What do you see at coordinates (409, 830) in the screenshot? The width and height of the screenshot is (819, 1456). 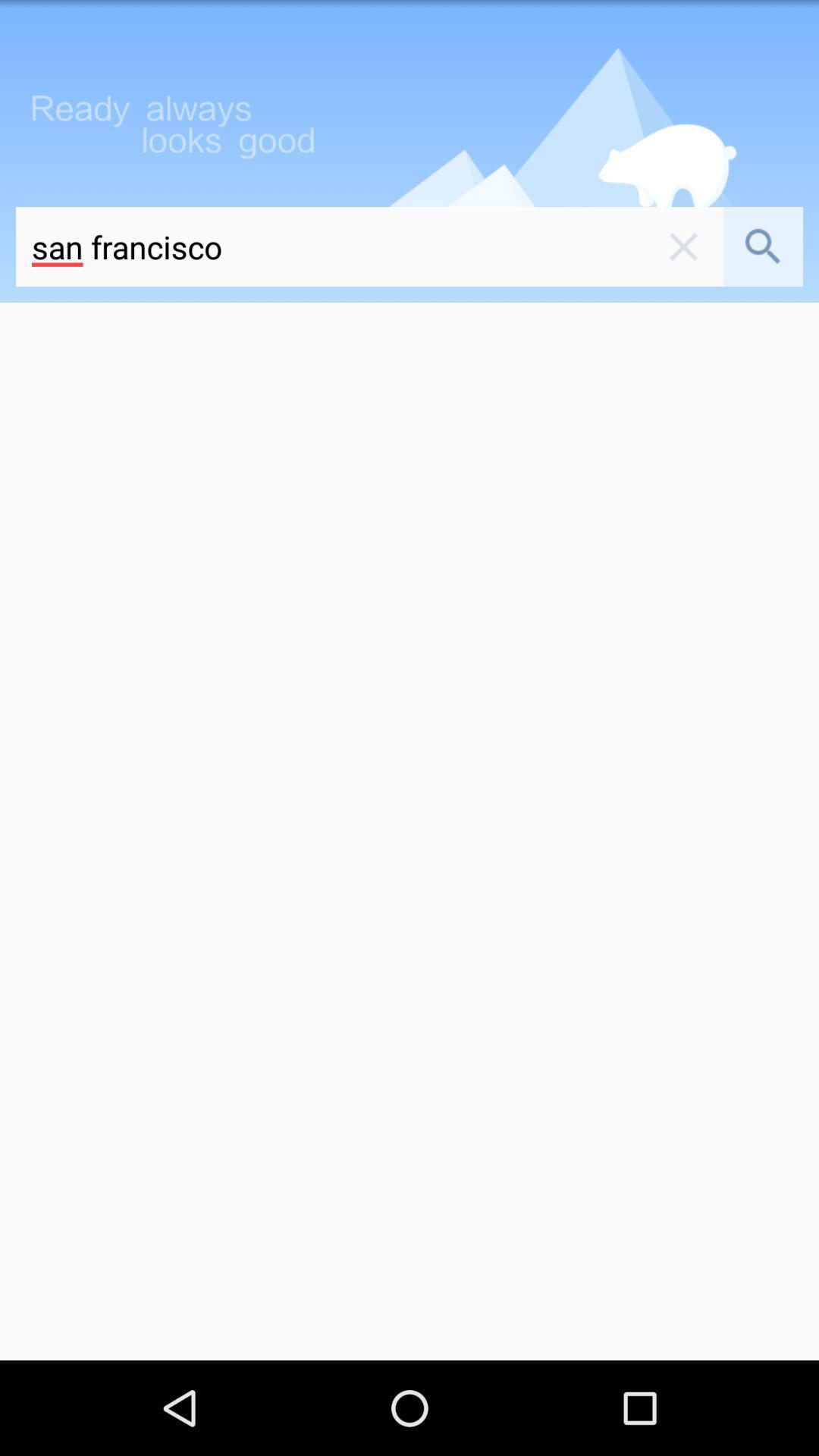 I see `icon at the center` at bounding box center [409, 830].